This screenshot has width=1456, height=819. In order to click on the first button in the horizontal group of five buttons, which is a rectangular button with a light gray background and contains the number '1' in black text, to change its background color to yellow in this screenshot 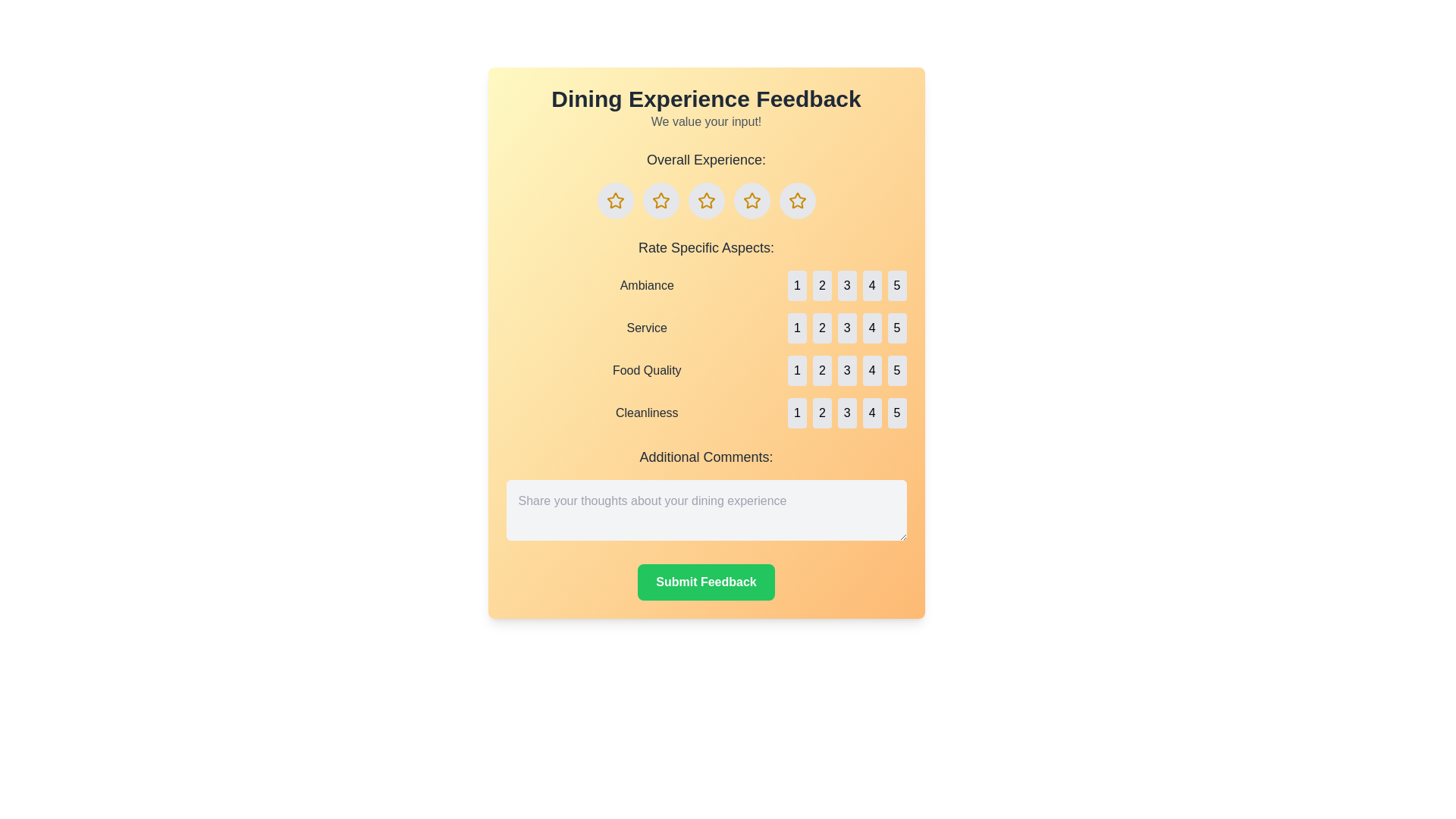, I will do `click(796, 327)`.